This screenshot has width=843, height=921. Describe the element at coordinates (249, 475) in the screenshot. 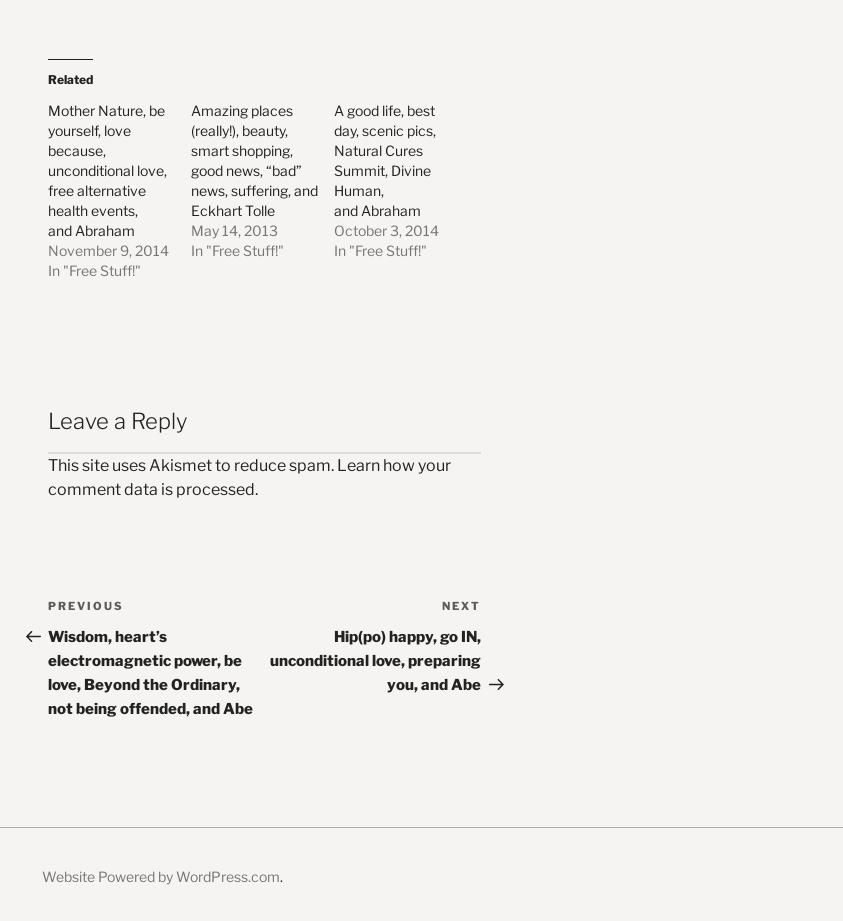

I see `'Learn how your comment data is processed'` at that location.